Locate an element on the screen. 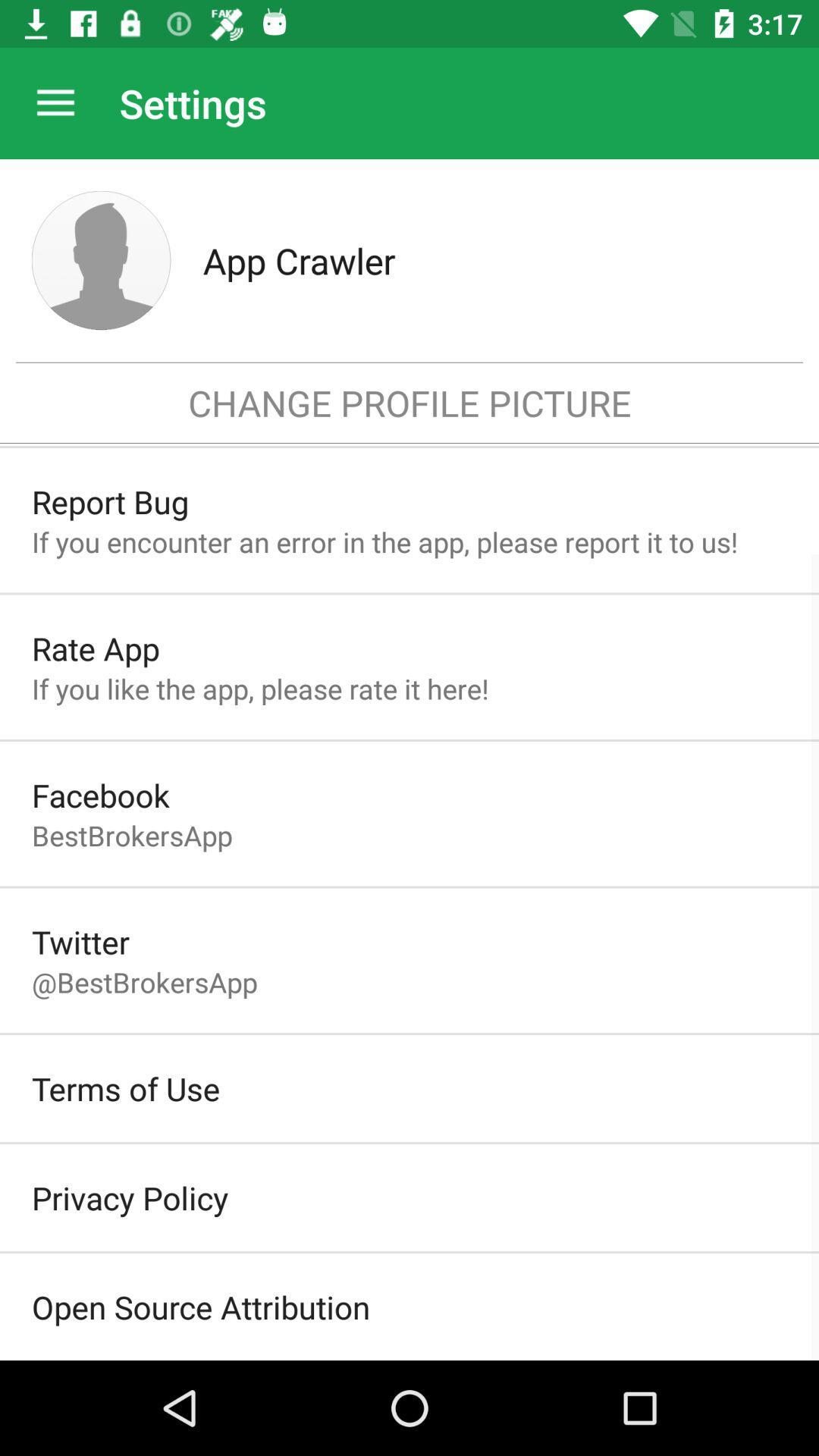 The image size is (819, 1456). profile picture changing is located at coordinates (101, 260).